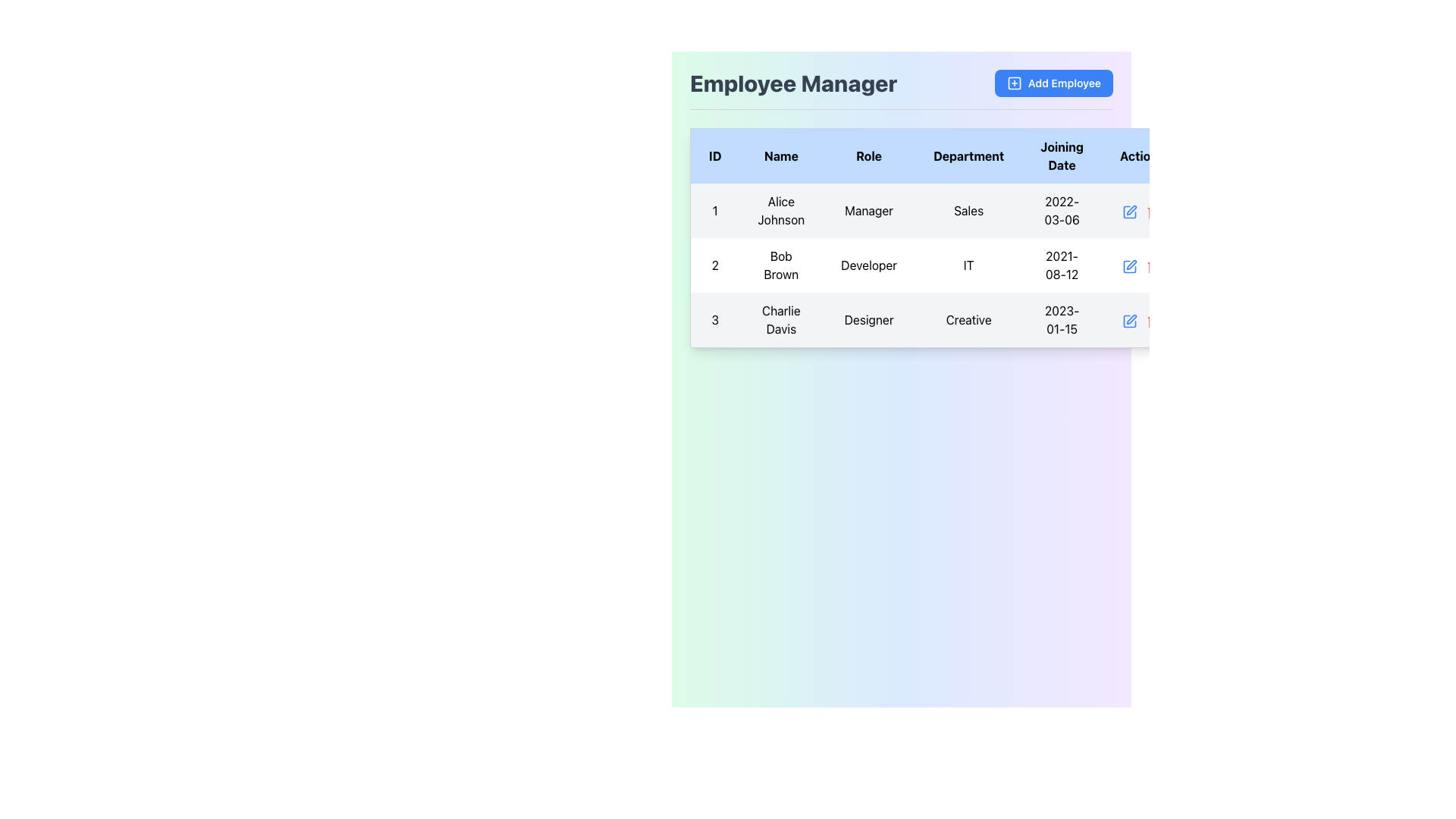  Describe the element at coordinates (1063, 83) in the screenshot. I see `the 'Add Employee' text label located on the right side of the button's icon in the top-right corner of the interface` at that location.